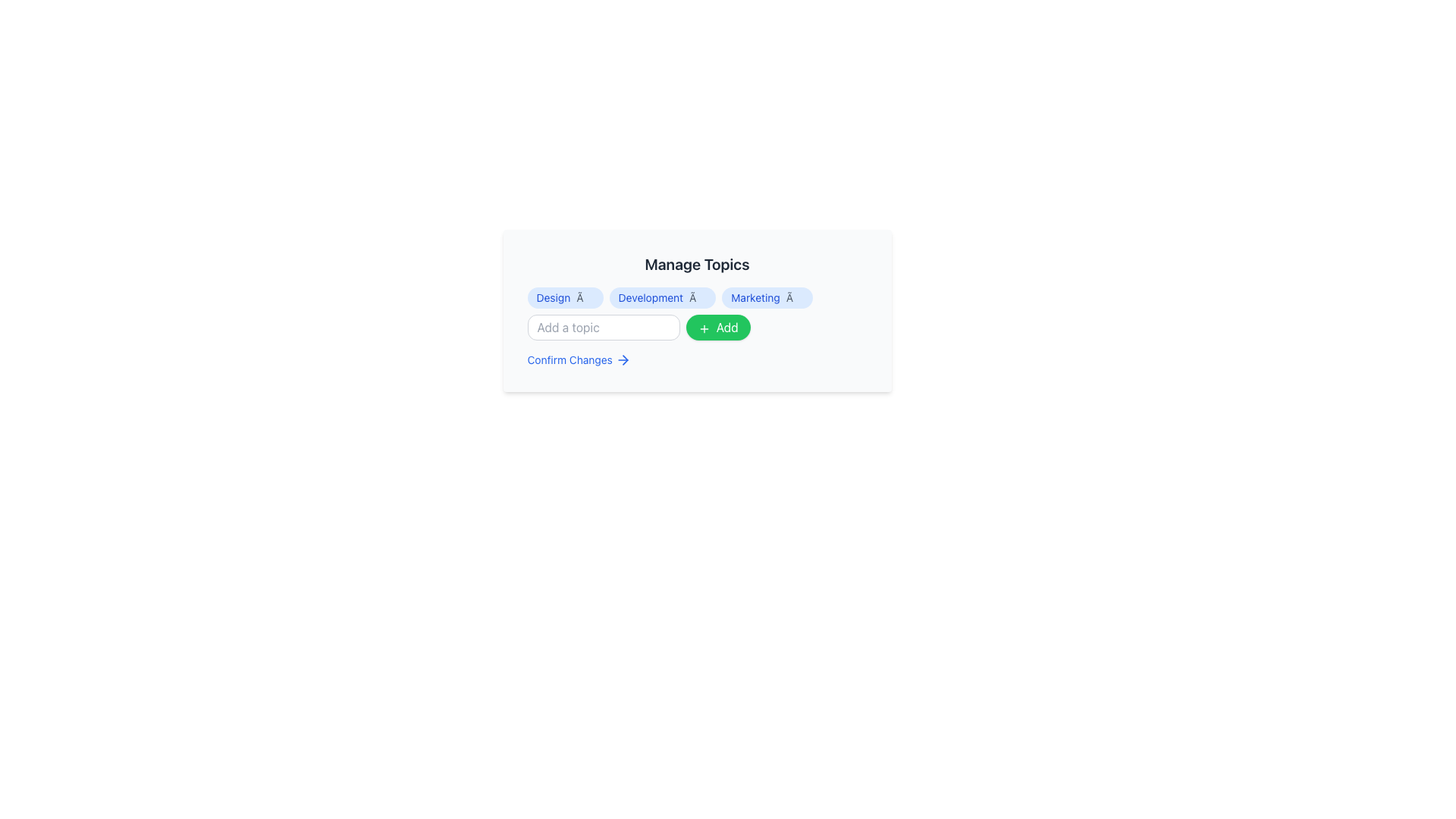 This screenshot has width=1456, height=819. I want to click on the '×' icon on the 'Marketing' Tag Button, so click(767, 298).